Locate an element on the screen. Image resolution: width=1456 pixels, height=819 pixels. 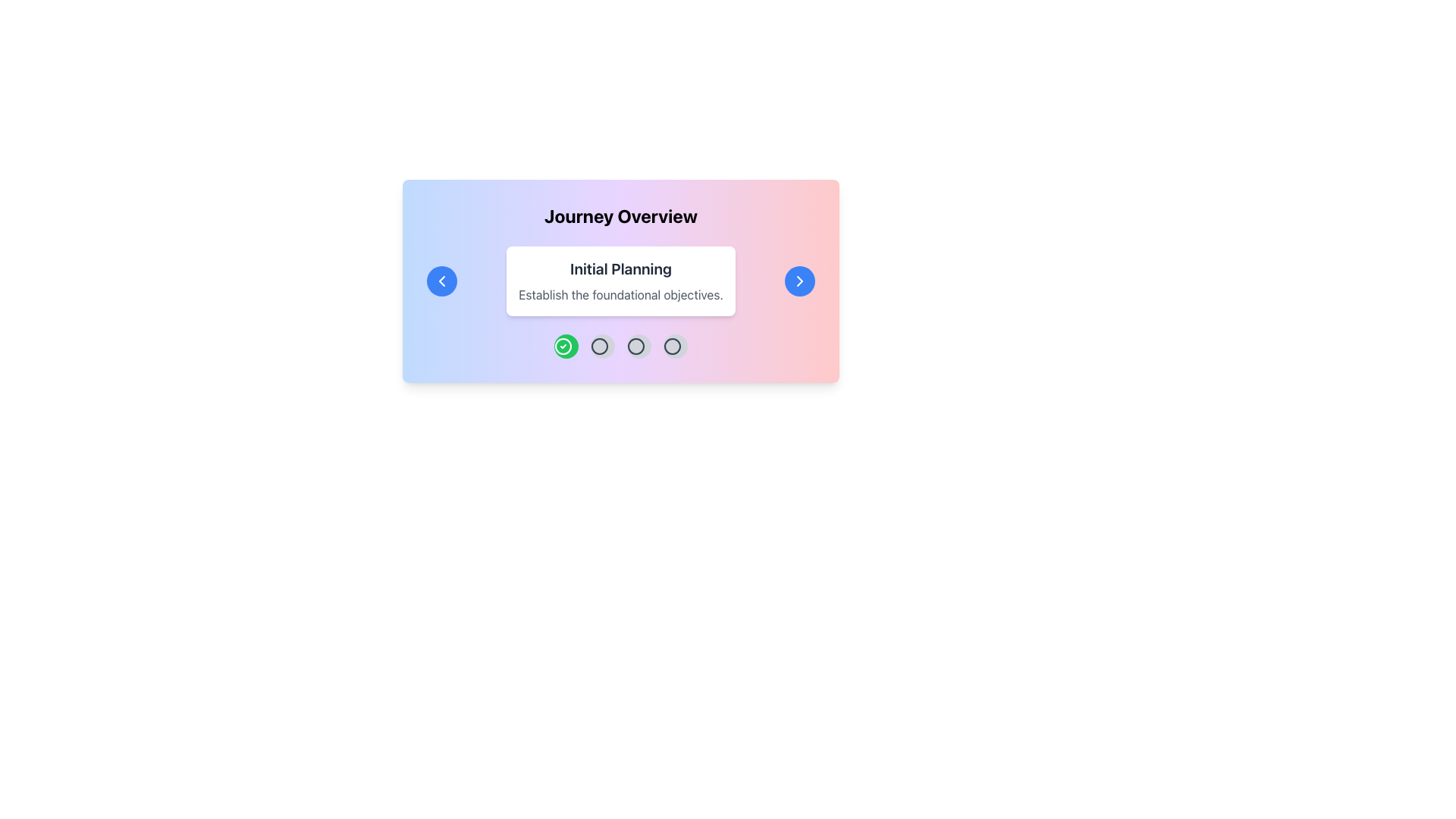
the right-facing chevron icon, which is styled as a blue circular button and indicates progression or navigation to the next stage is located at coordinates (799, 281).